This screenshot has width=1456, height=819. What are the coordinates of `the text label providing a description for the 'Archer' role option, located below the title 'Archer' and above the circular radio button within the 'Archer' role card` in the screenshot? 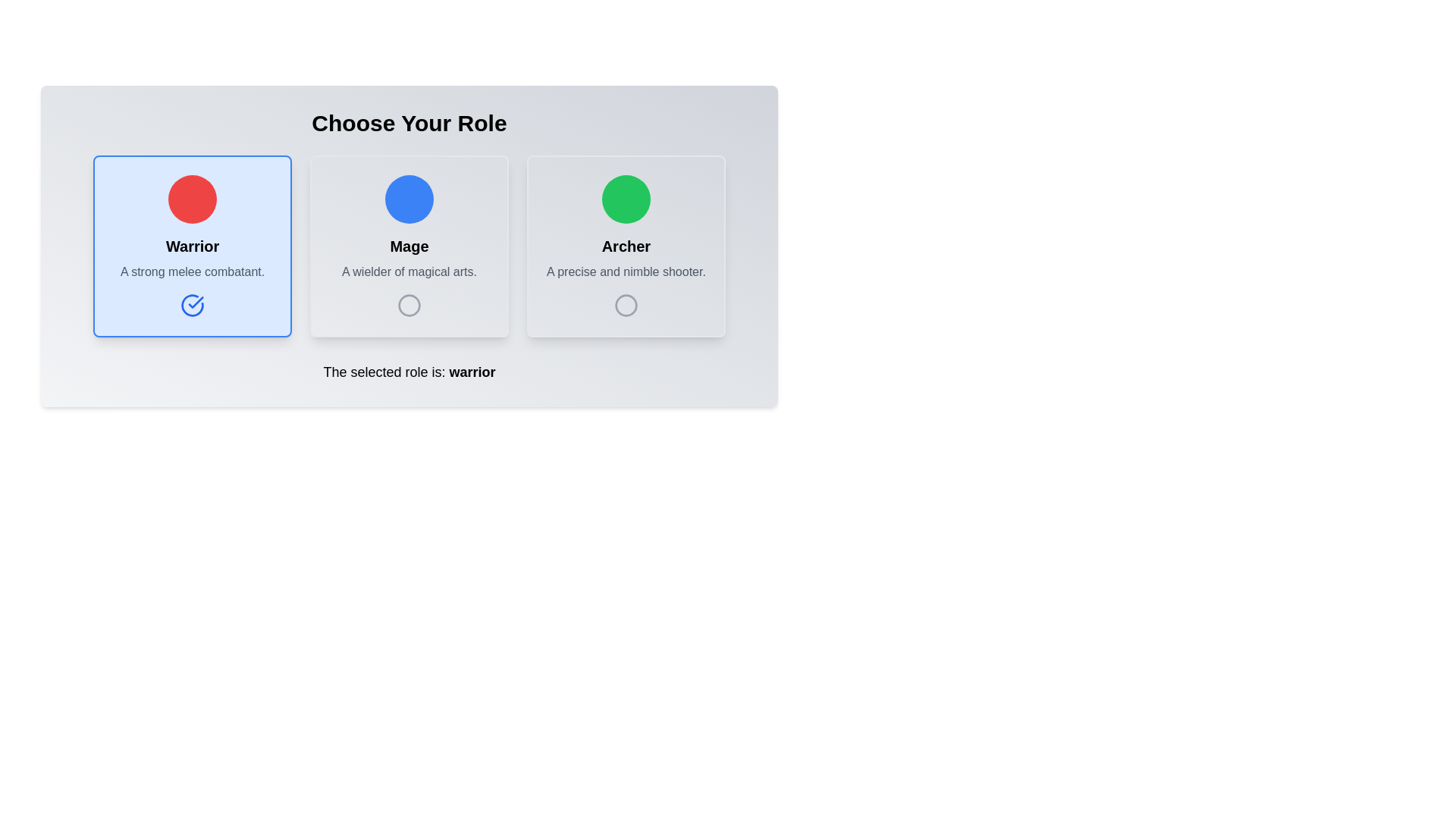 It's located at (626, 271).